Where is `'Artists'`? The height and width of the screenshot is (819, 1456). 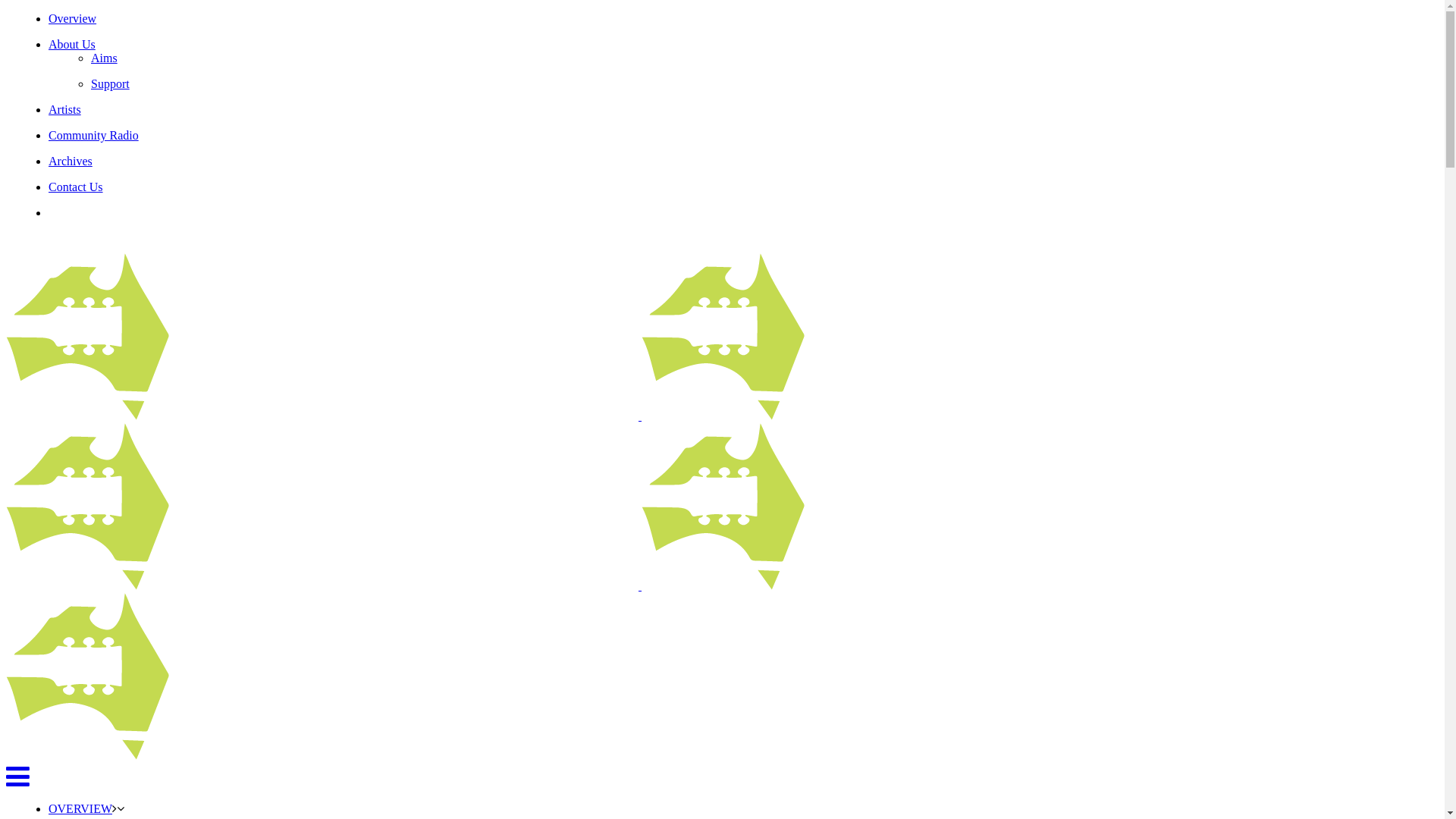
'Artists' is located at coordinates (64, 108).